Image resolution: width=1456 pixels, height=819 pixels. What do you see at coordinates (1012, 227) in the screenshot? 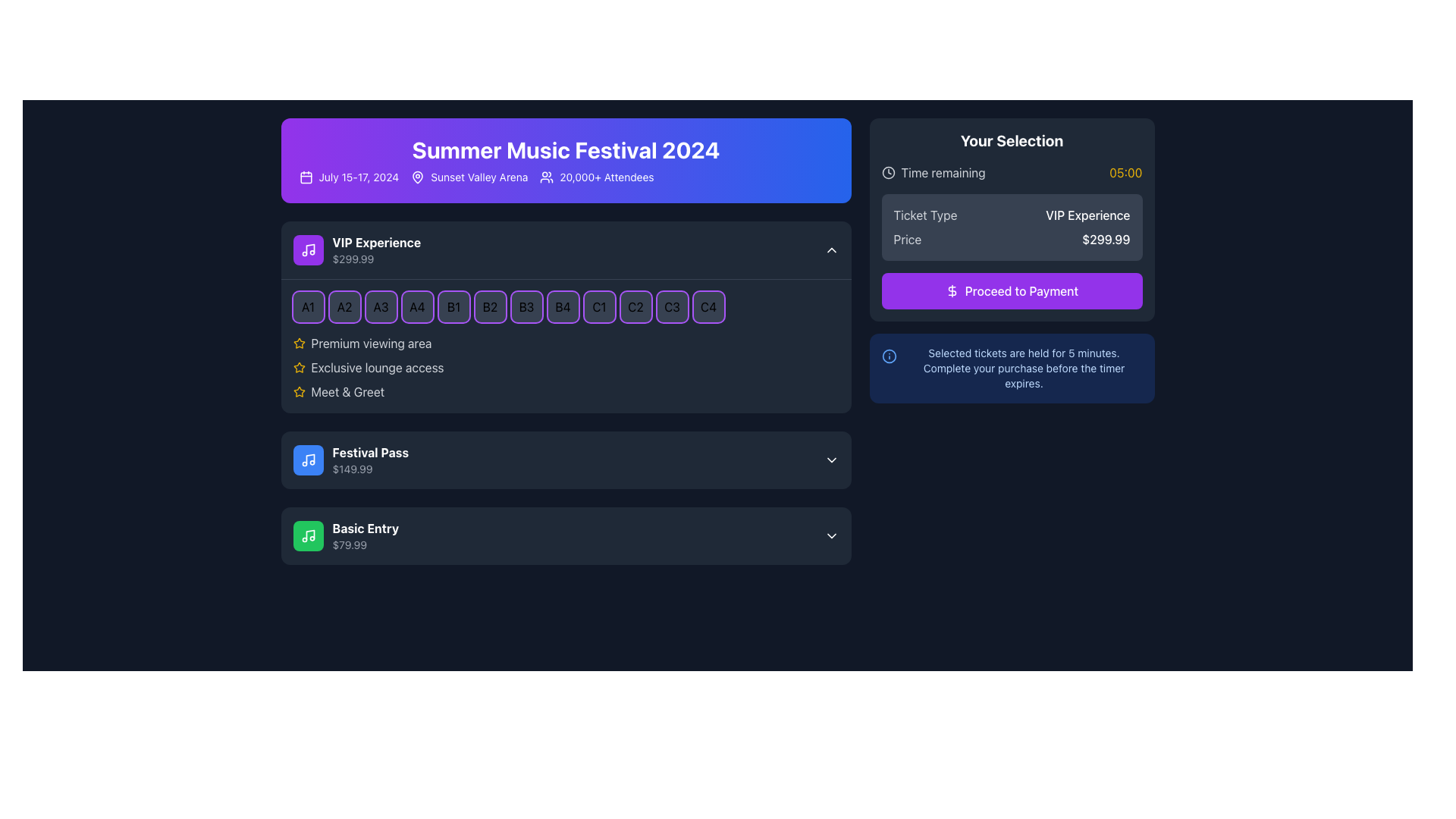
I see `the Information card with a dark gray background that contains the labels 'Ticket Type' and 'Price' on the left and 'VIP Experience' and '$299.99' on the right, located within the 'Your Selection' section` at bounding box center [1012, 227].